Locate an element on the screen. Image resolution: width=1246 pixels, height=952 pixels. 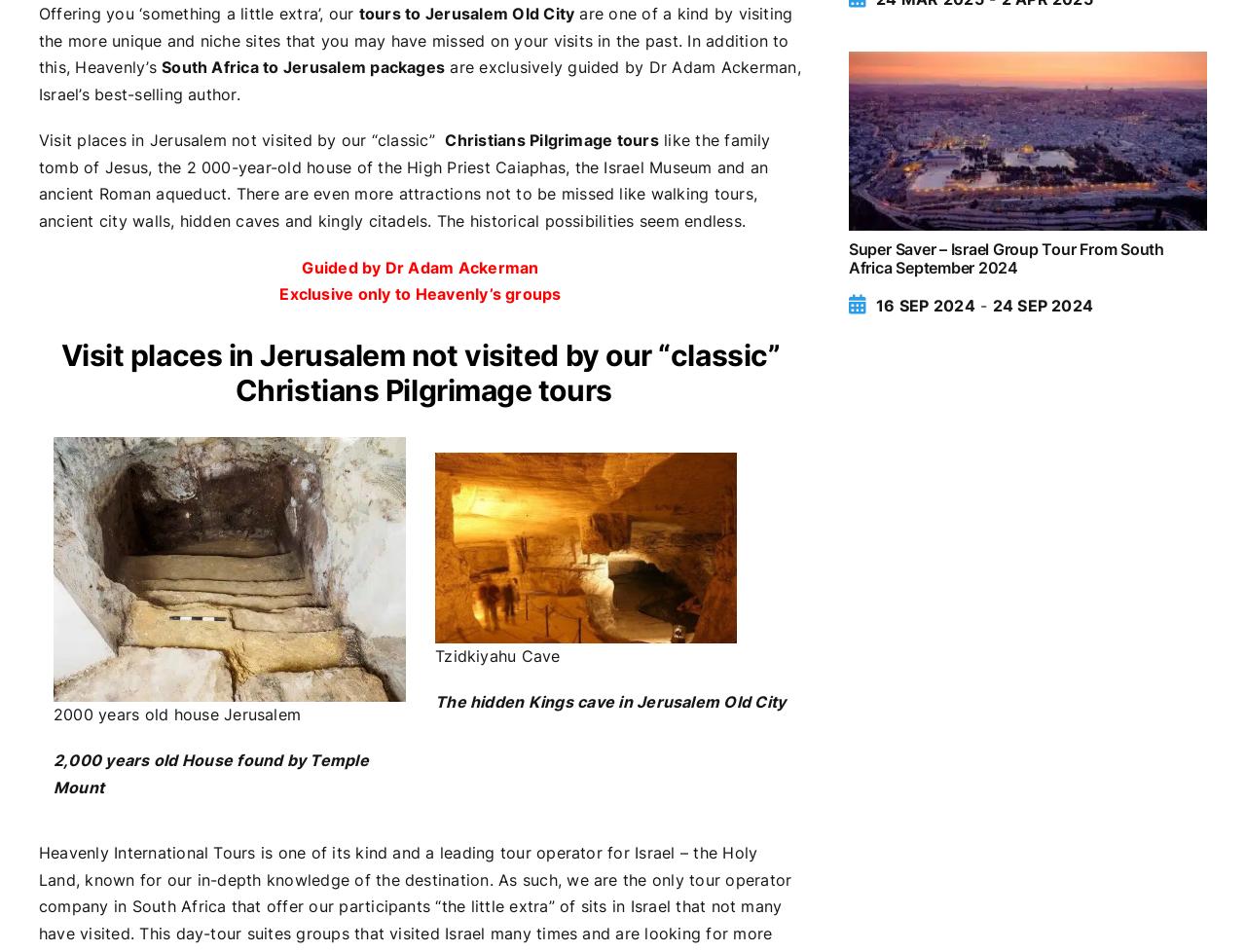
'2,000 years old House found by Temple Mount' is located at coordinates (210, 772).